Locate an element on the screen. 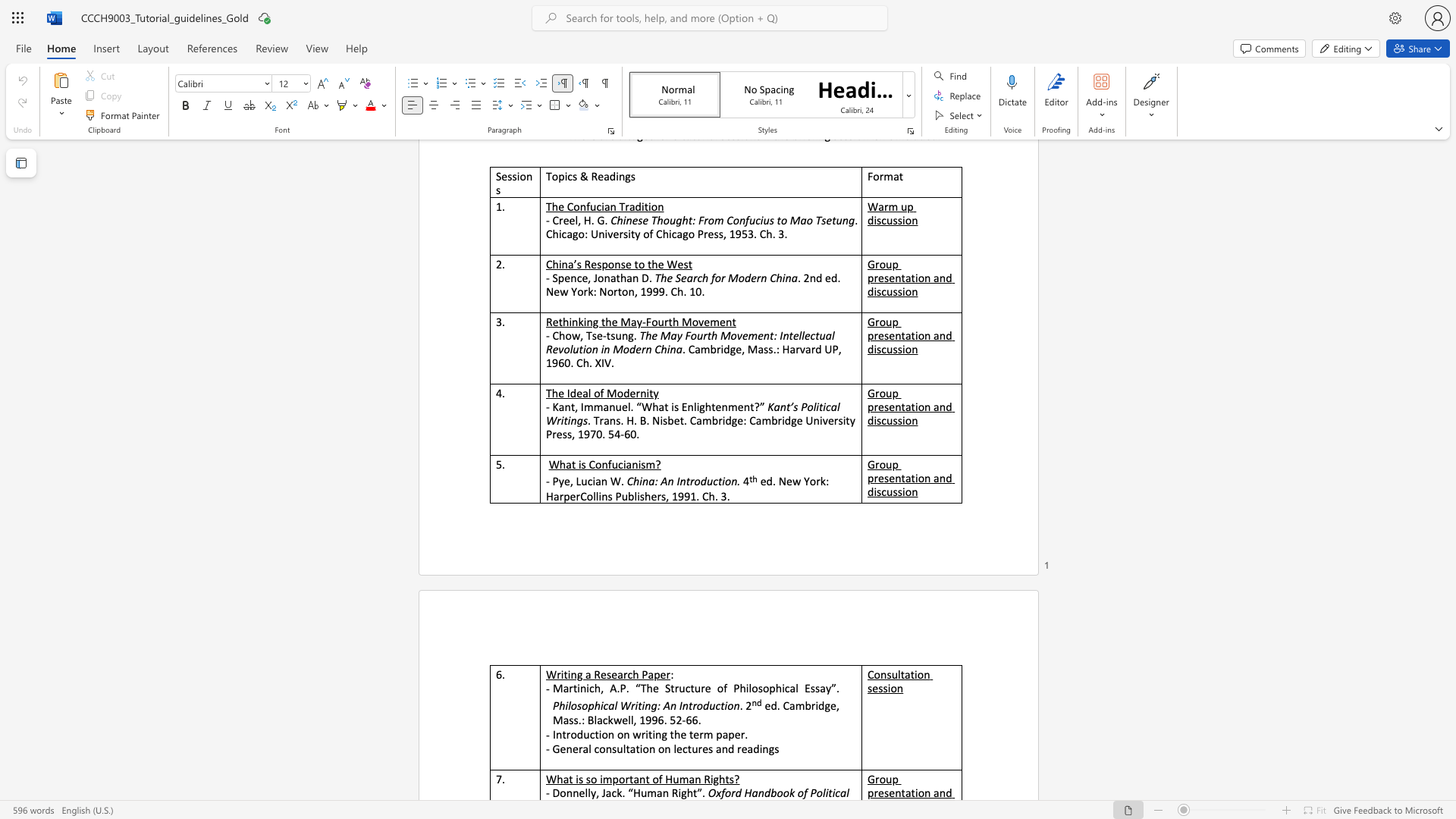 Image resolution: width=1456 pixels, height=819 pixels. the subset text "rd Handbook o" within the text "Oxford Handbook of Political" is located at coordinates (731, 792).